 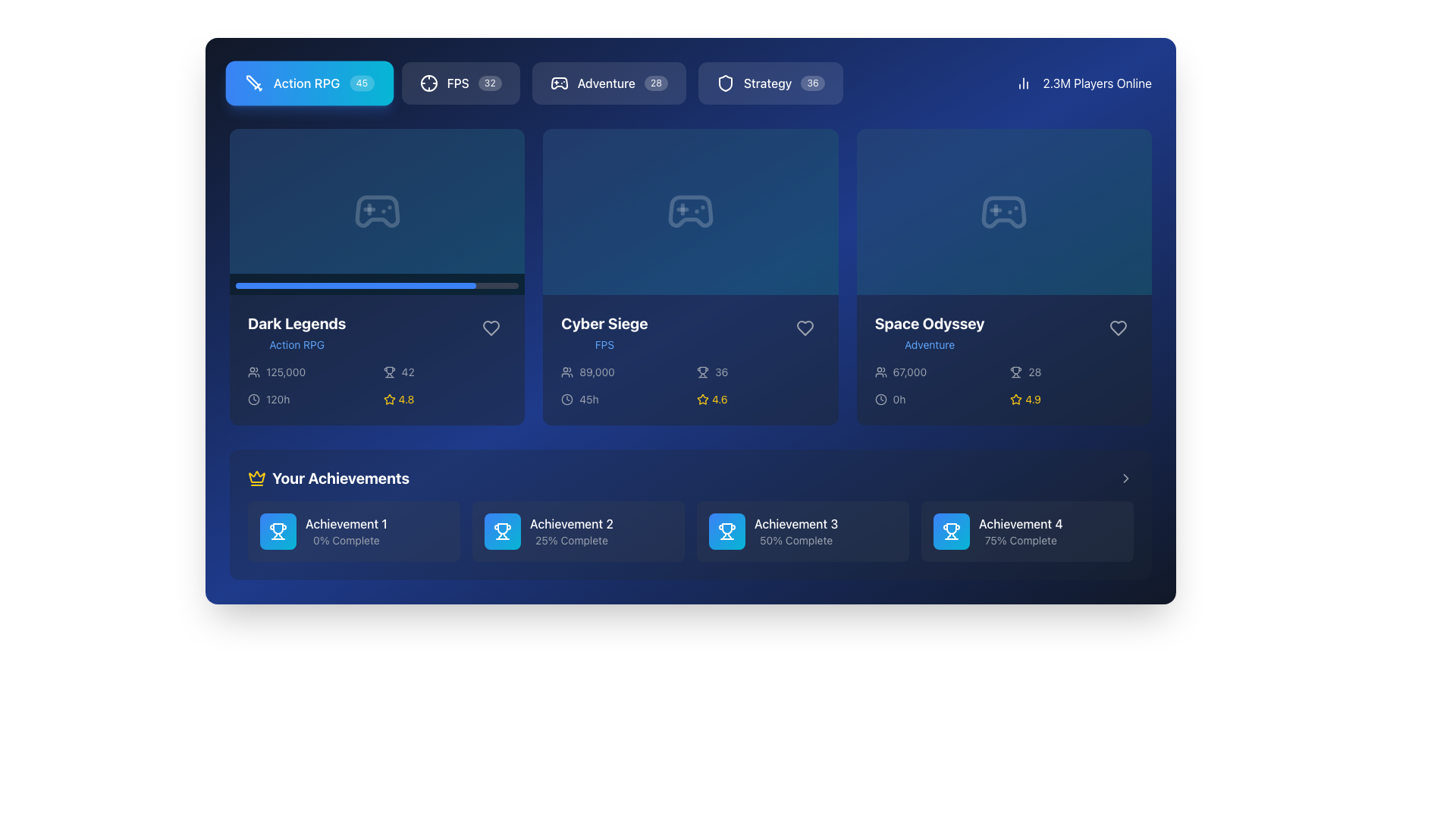 I want to click on the heart icon located in the upper-right corner of the 'Space Odyssey' card, so click(x=1118, y=327).